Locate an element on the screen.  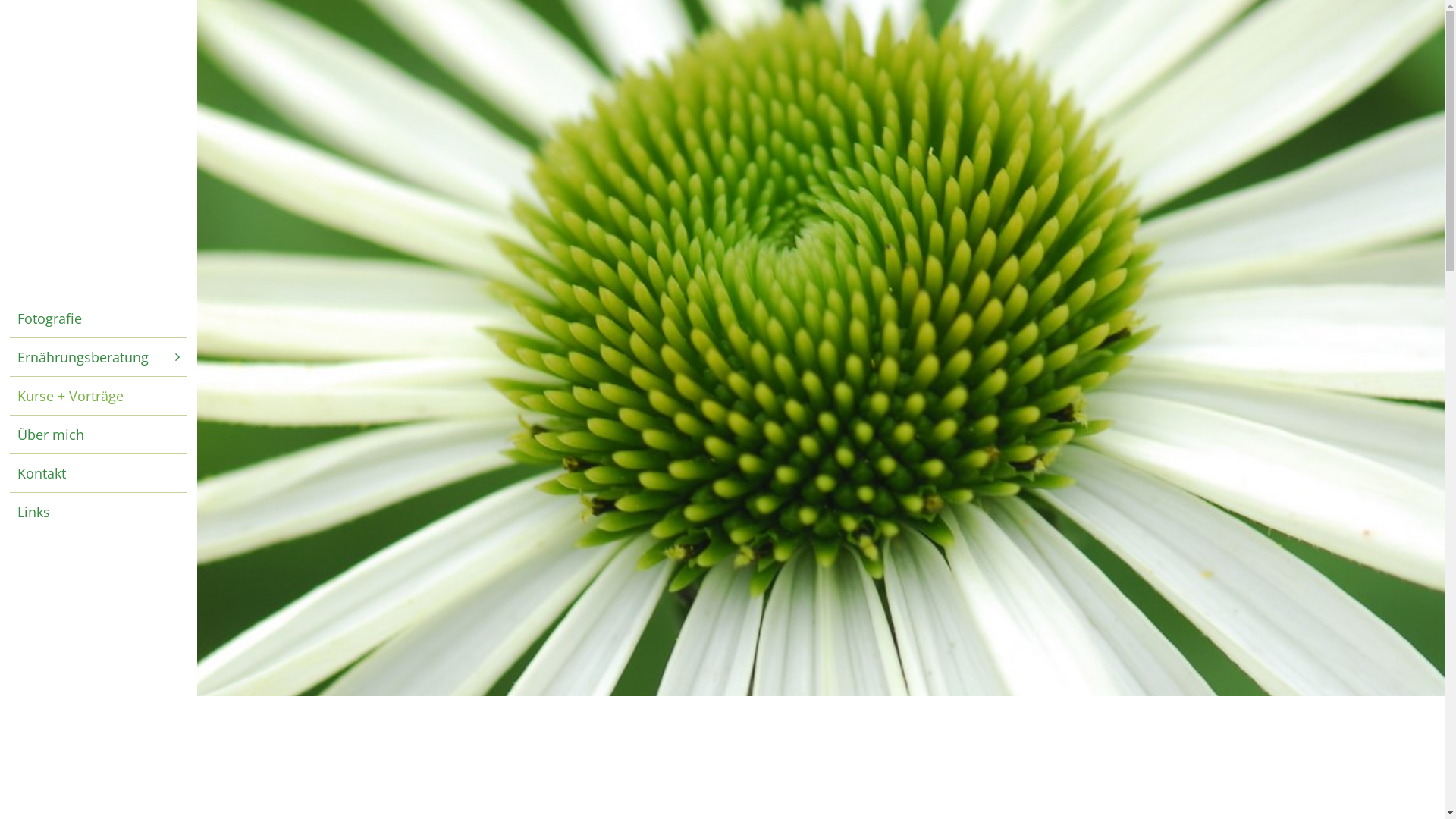
'Links' is located at coordinates (97, 512).